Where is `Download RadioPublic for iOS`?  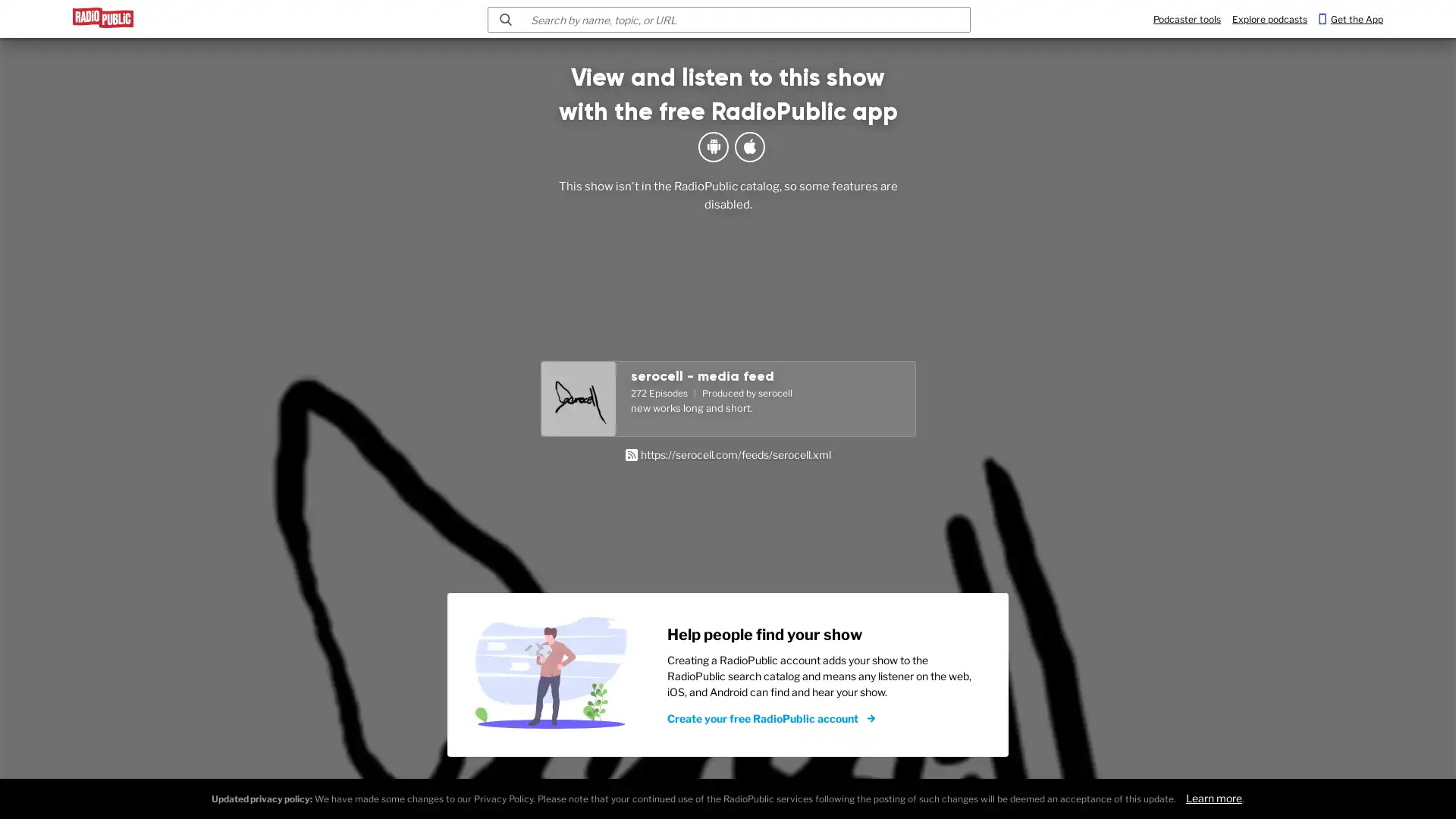 Download RadioPublic for iOS is located at coordinates (749, 146).